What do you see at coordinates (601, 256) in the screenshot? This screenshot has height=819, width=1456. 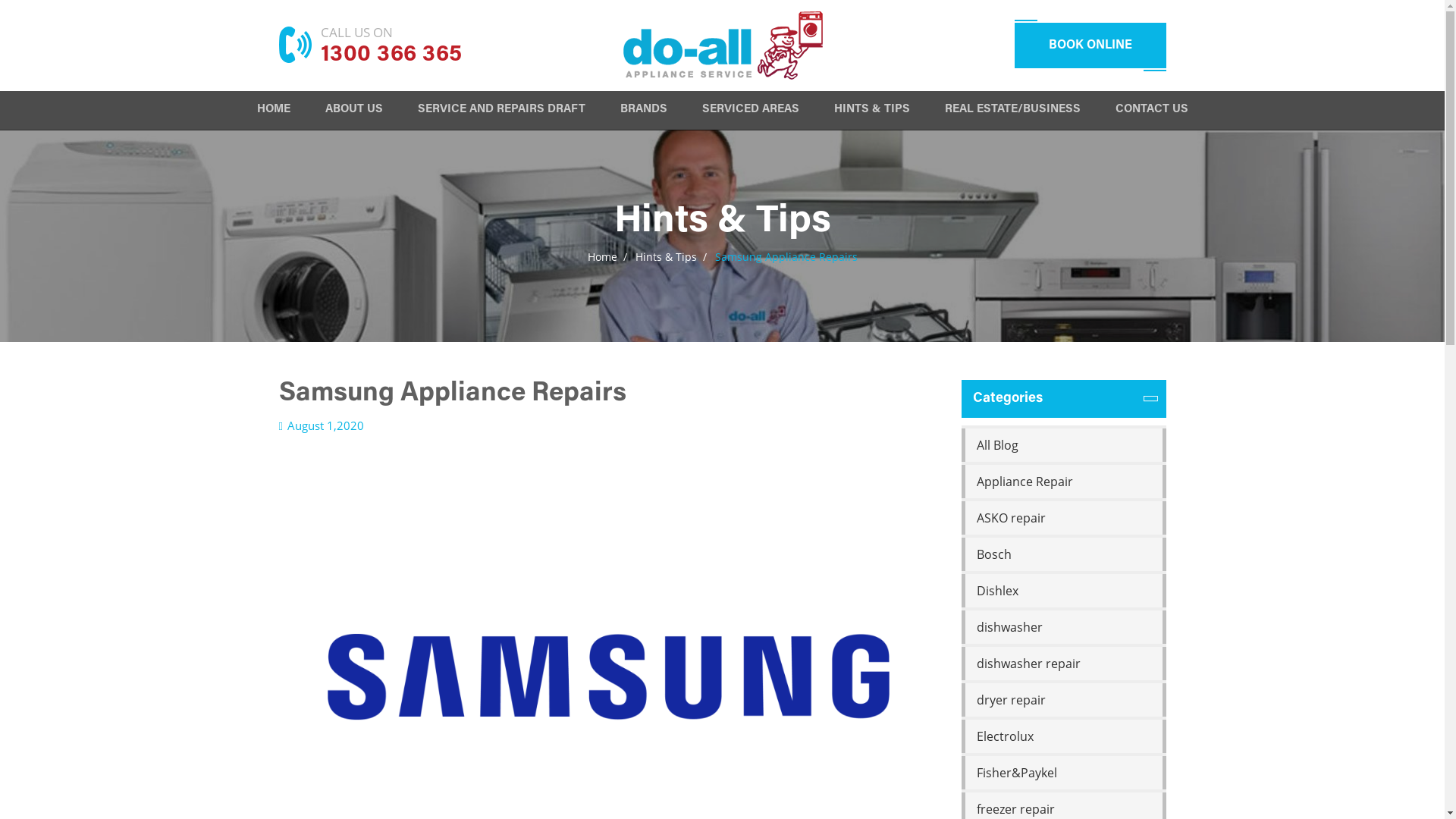 I see `'Home'` at bounding box center [601, 256].